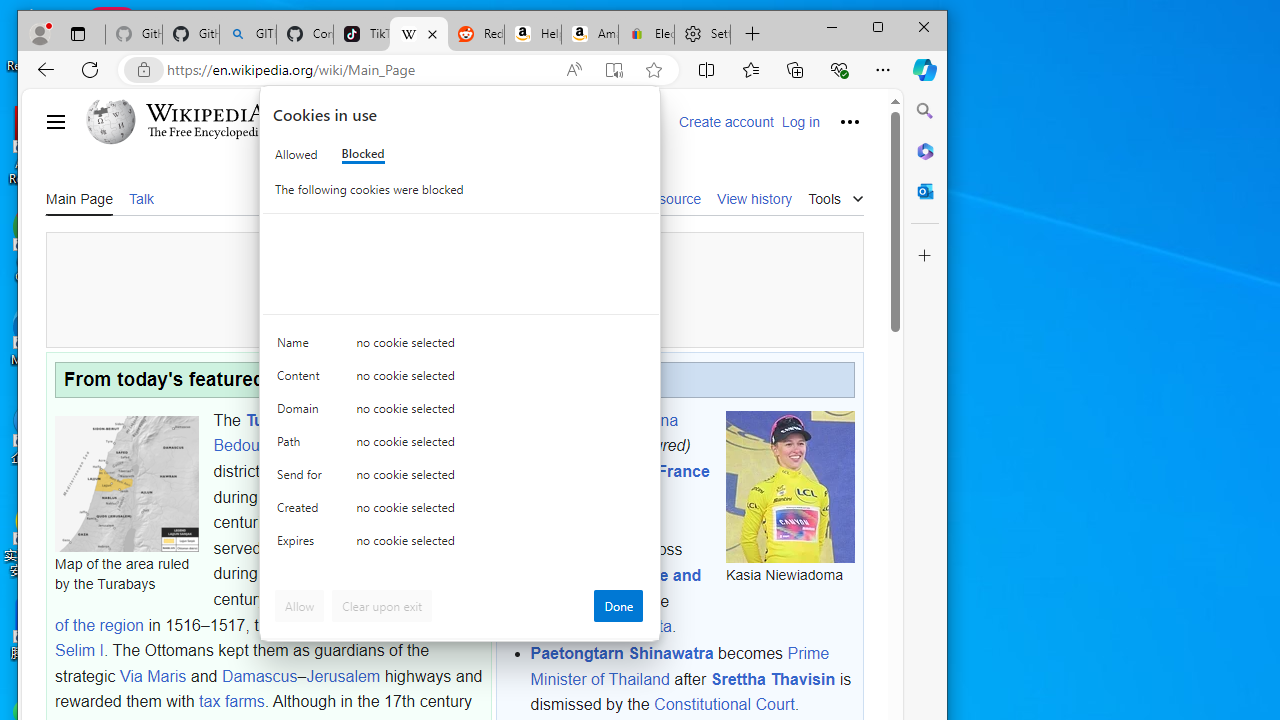  Describe the element at coordinates (459, 346) in the screenshot. I see `'Class: c0153 c0157 c0154'` at that location.